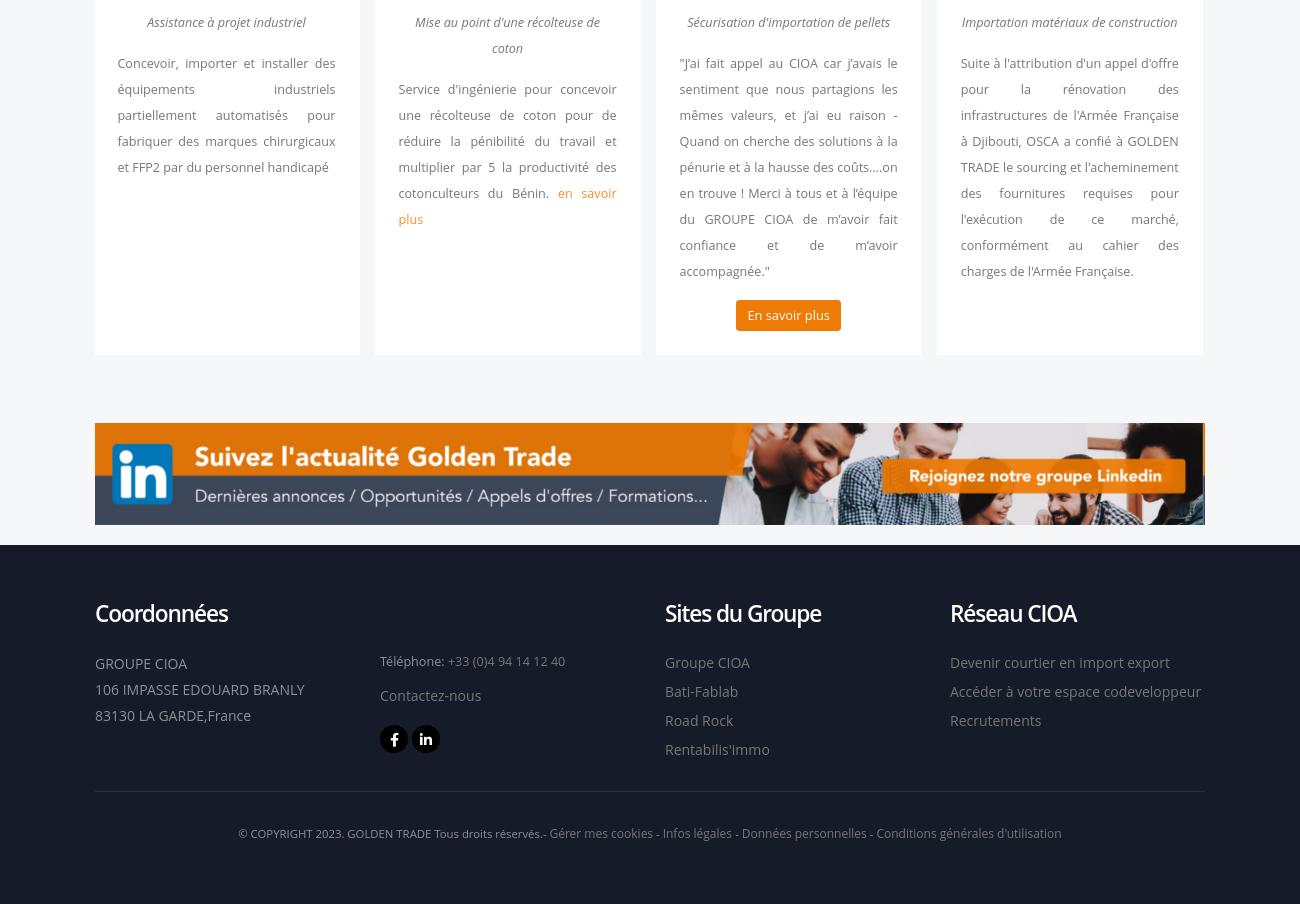 This screenshot has height=904, width=1300. Describe the element at coordinates (173, 713) in the screenshot. I see `'83130 LA GARDE,France'` at that location.